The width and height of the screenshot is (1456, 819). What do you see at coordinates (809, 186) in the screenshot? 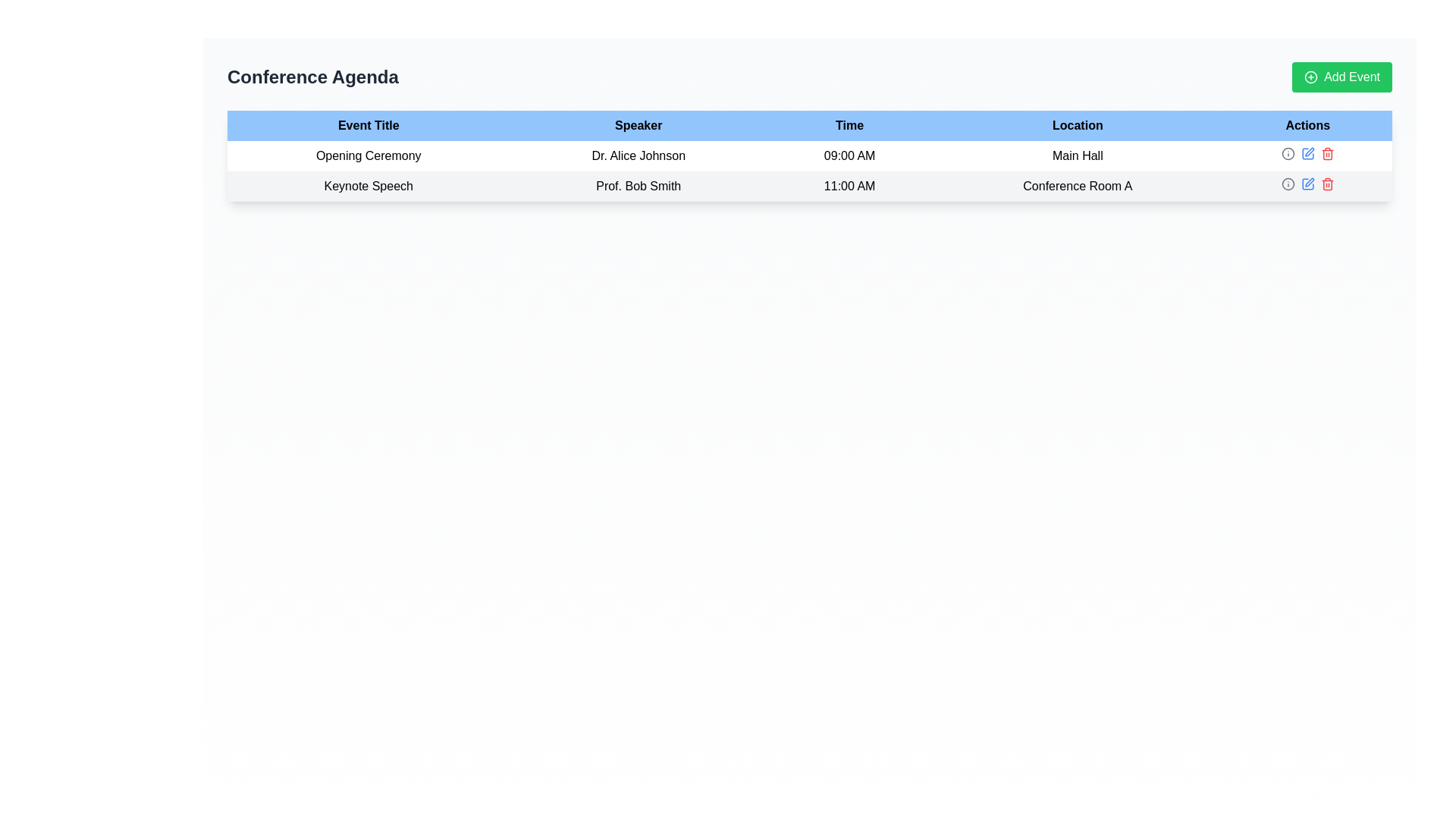
I see `on the table data row representing the session titled 'Keynote Speech' presented by 'Prof. Bob Smith' at '11:00 AM' in 'Conference Room A'` at bounding box center [809, 186].